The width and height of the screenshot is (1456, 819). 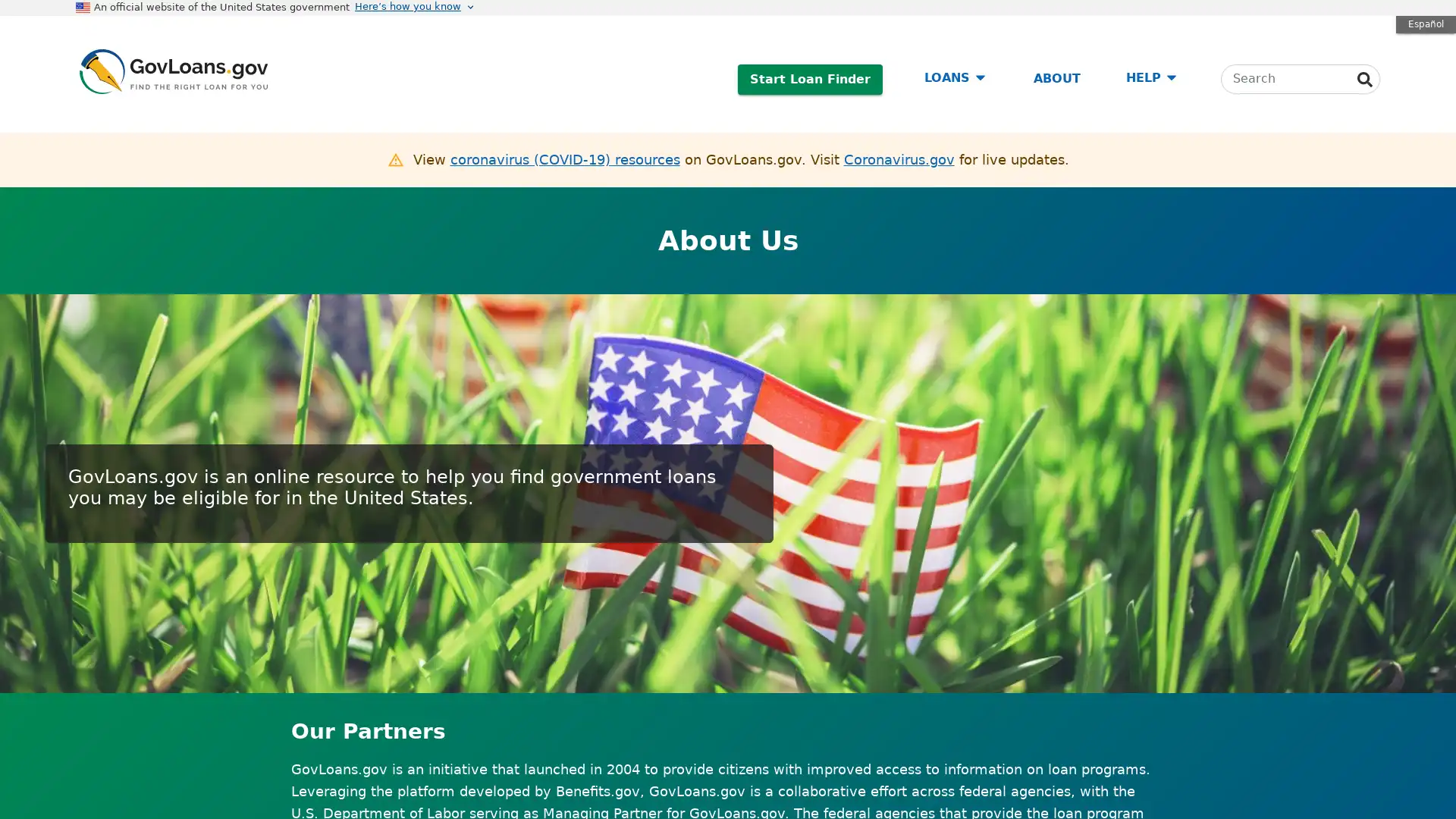 What do you see at coordinates (809, 79) in the screenshot?
I see `Start Loan Finder` at bounding box center [809, 79].